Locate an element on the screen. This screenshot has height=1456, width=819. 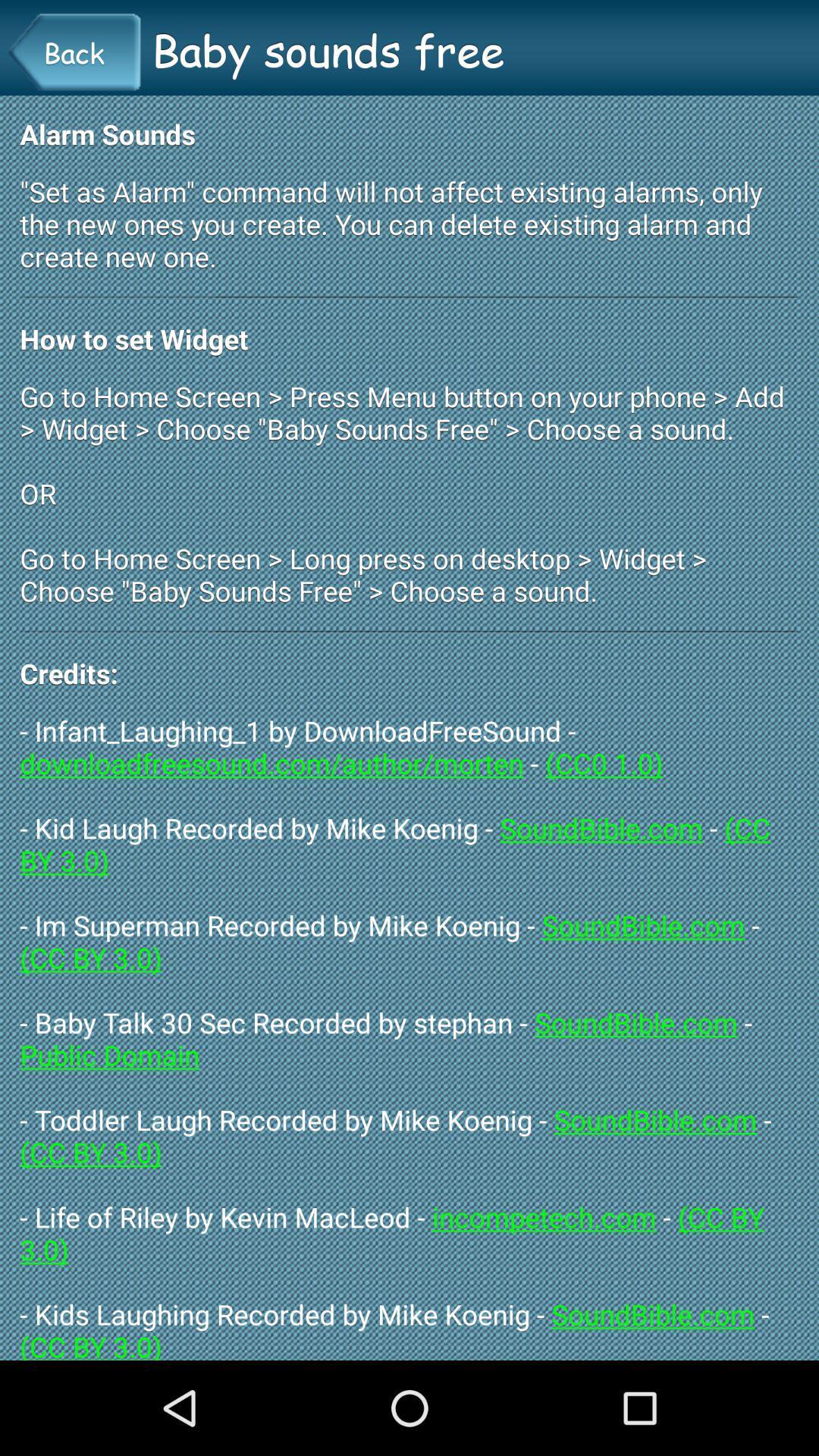
the icon at the bottom is located at coordinates (409, 1035).